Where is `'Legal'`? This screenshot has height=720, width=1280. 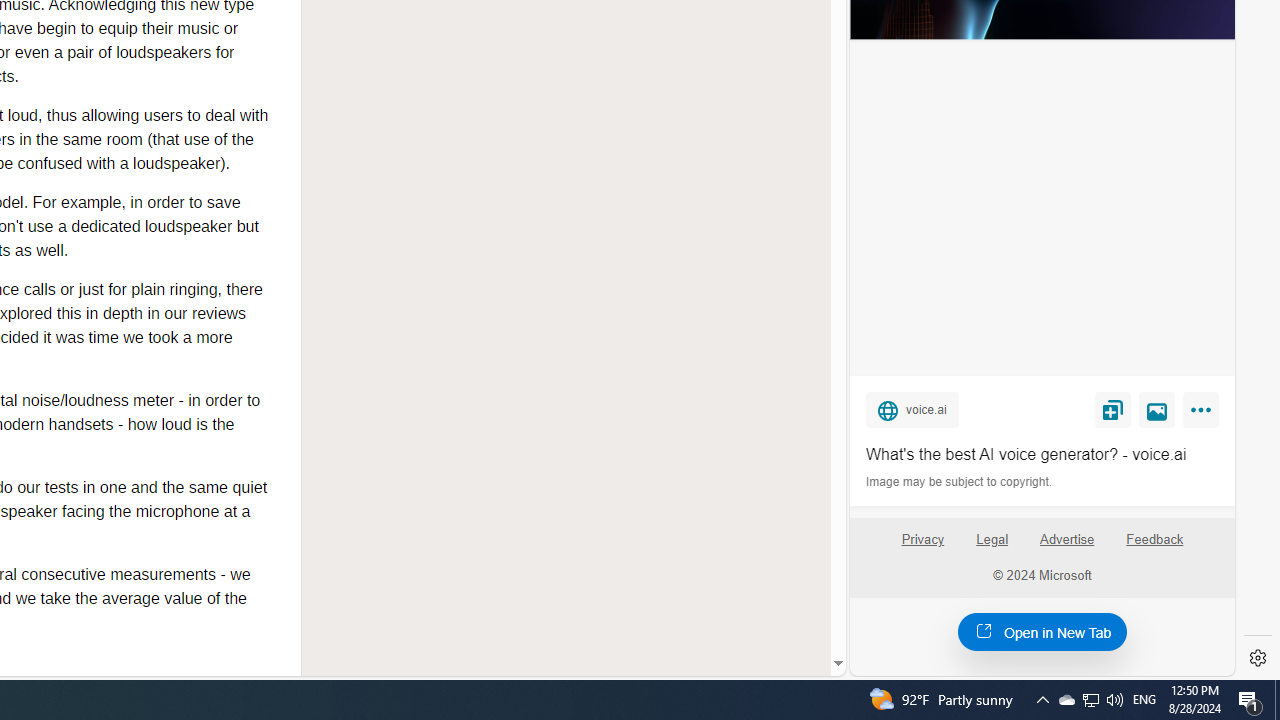
'Legal' is located at coordinates (992, 547).